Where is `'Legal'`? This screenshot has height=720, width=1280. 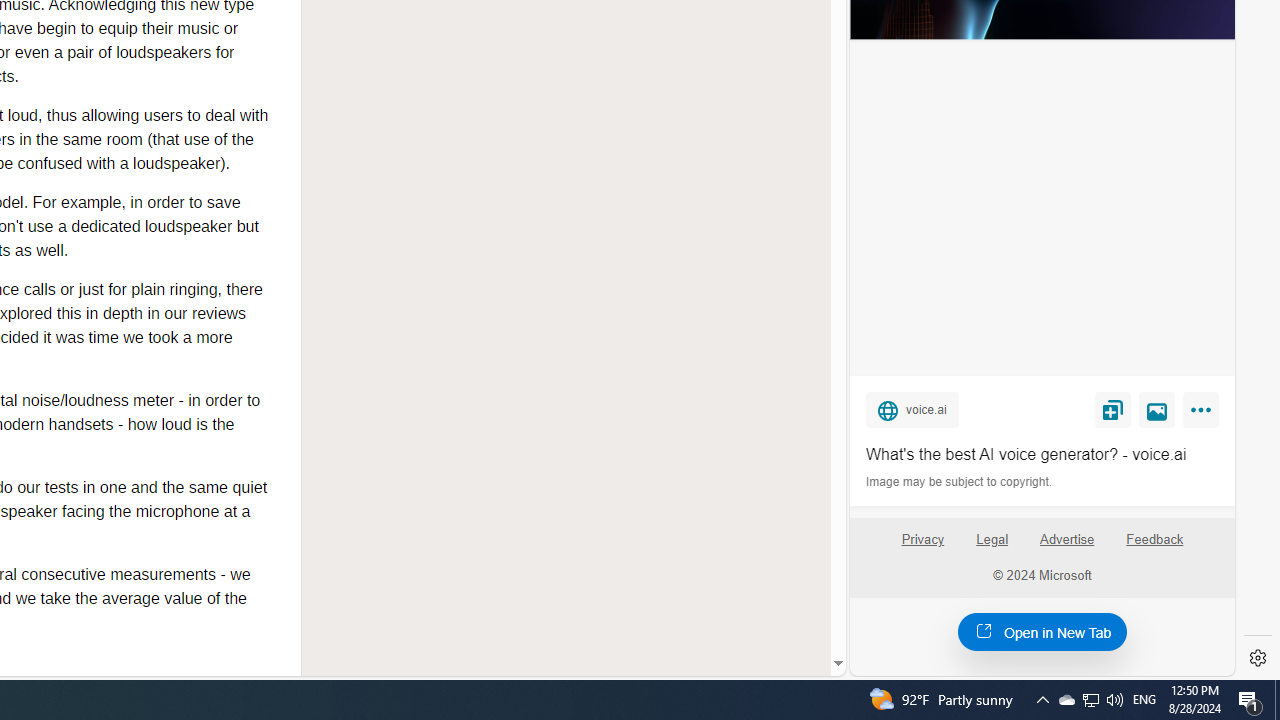
'Legal' is located at coordinates (992, 547).